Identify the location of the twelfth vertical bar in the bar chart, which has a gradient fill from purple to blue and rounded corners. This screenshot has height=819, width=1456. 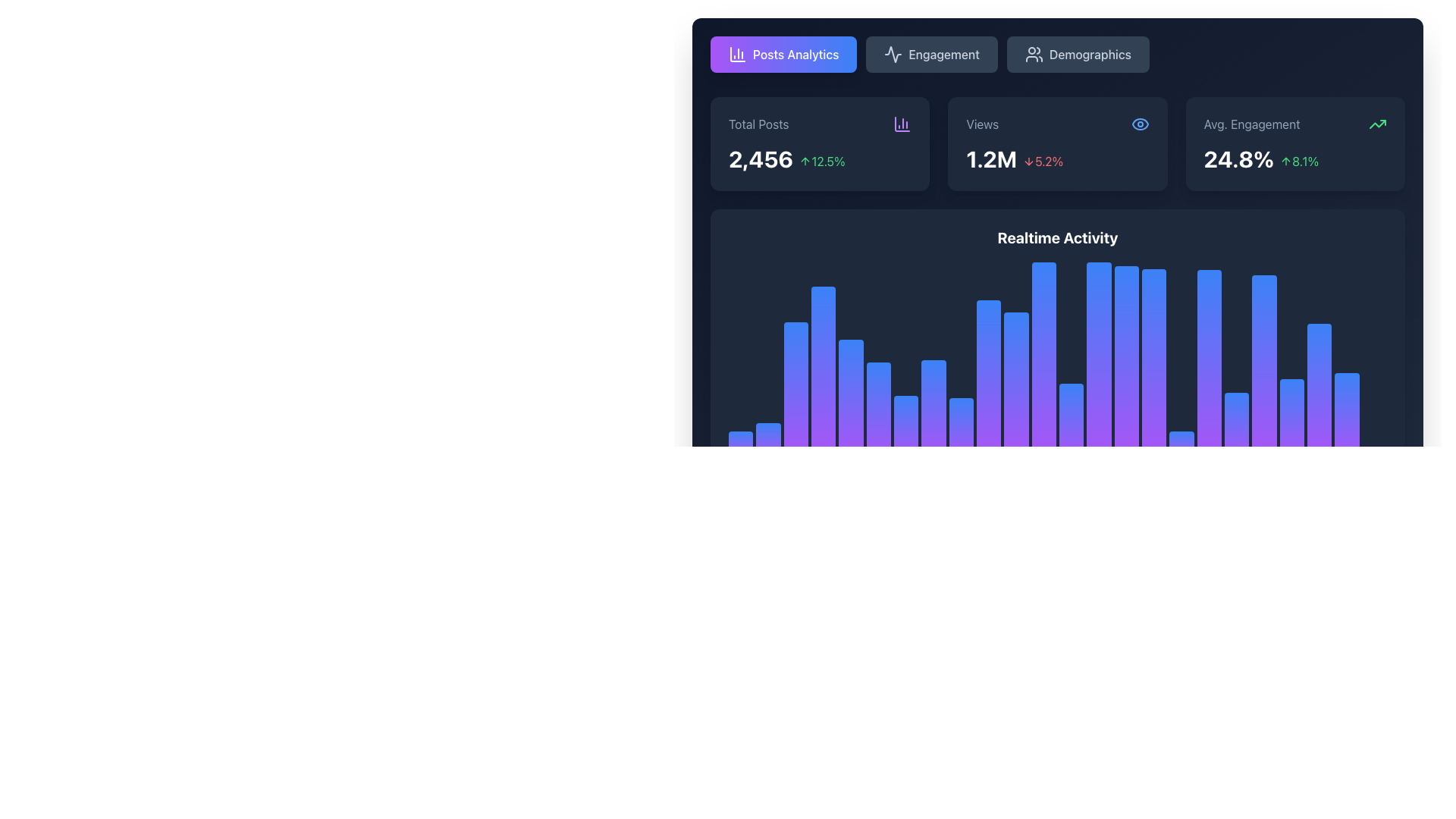
(1043, 388).